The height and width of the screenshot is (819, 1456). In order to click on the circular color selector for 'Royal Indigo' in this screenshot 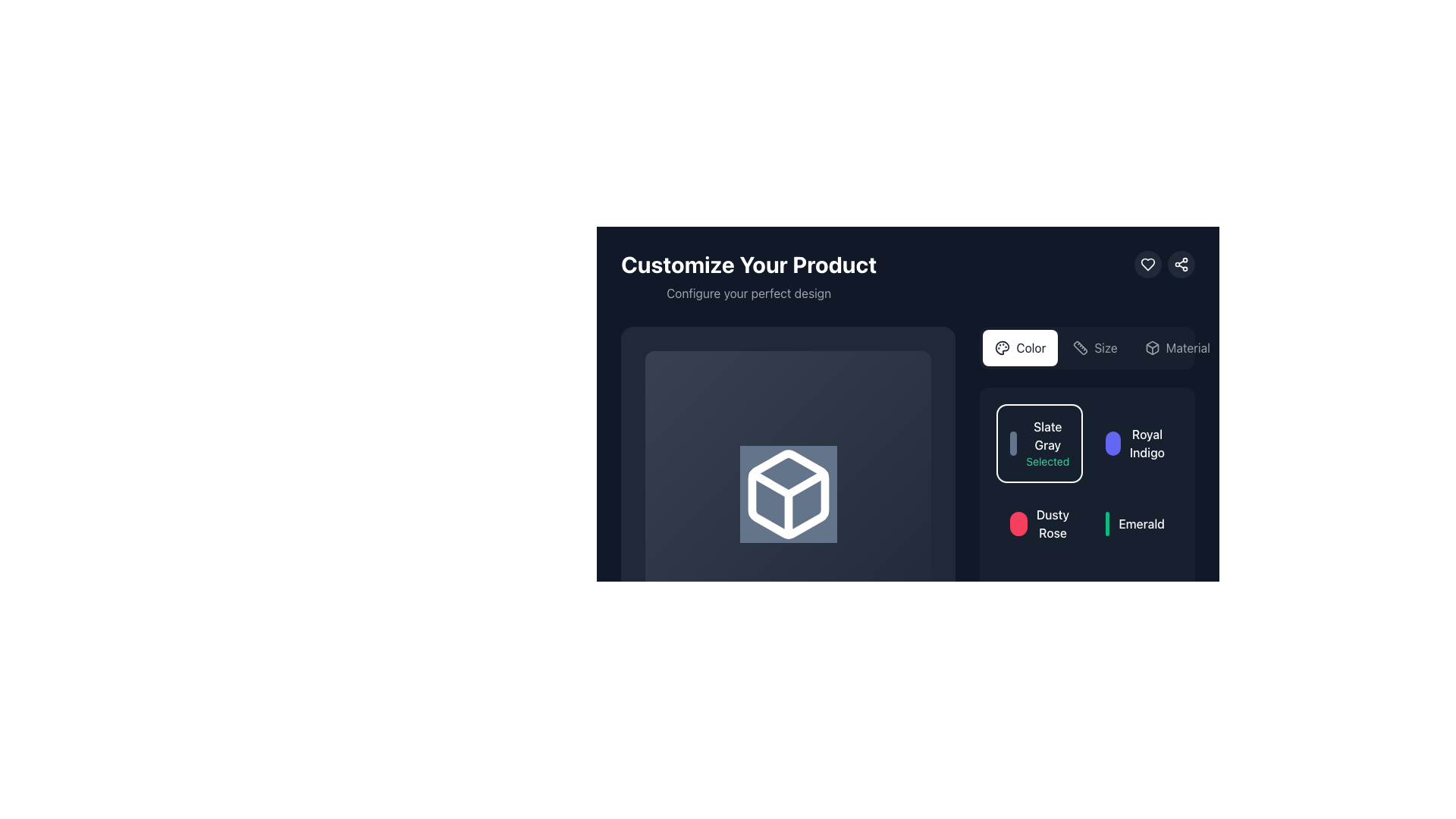, I will do `click(1113, 444)`.